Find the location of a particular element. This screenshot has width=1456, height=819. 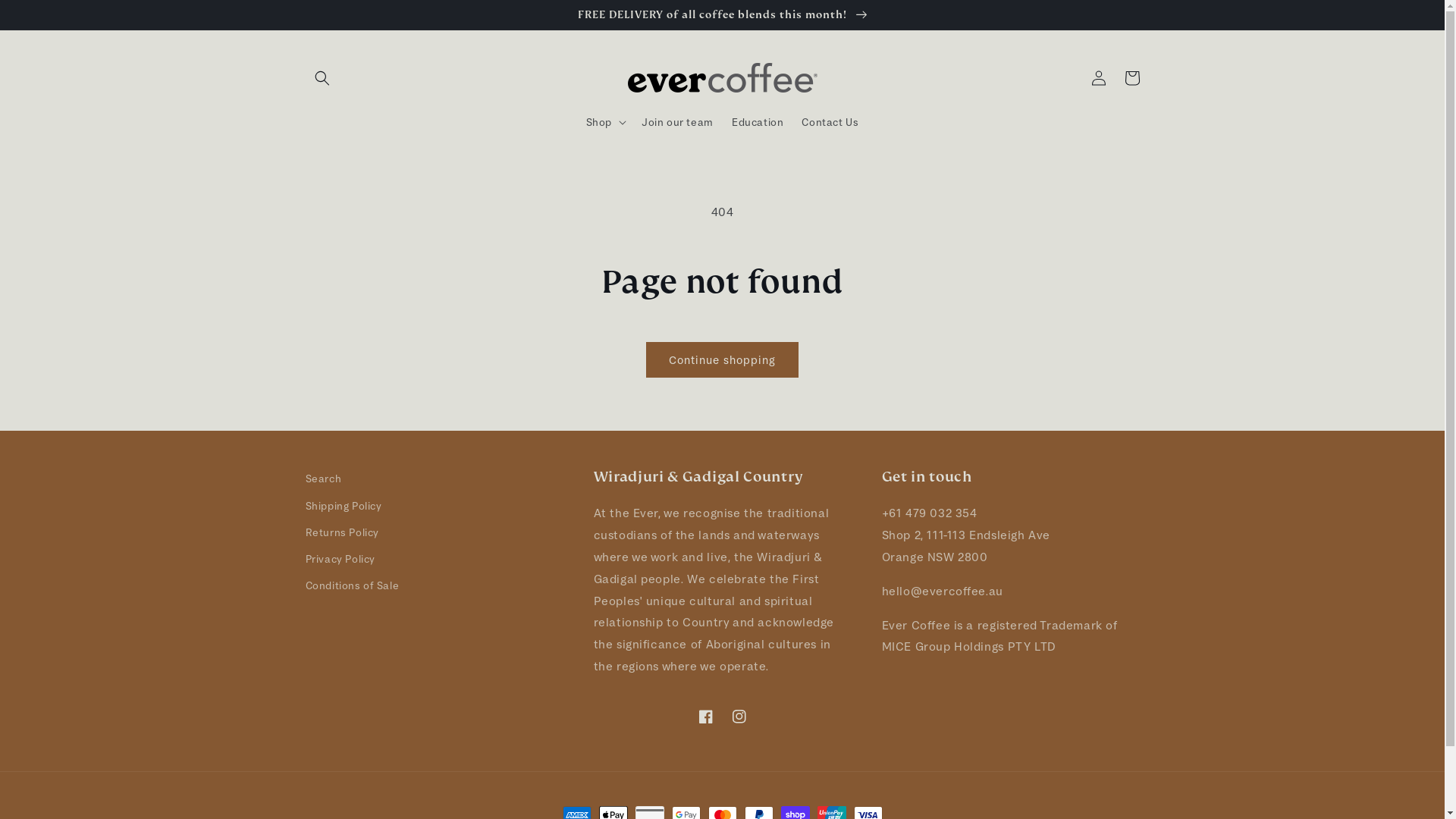

'Search' is located at coordinates (322, 480).